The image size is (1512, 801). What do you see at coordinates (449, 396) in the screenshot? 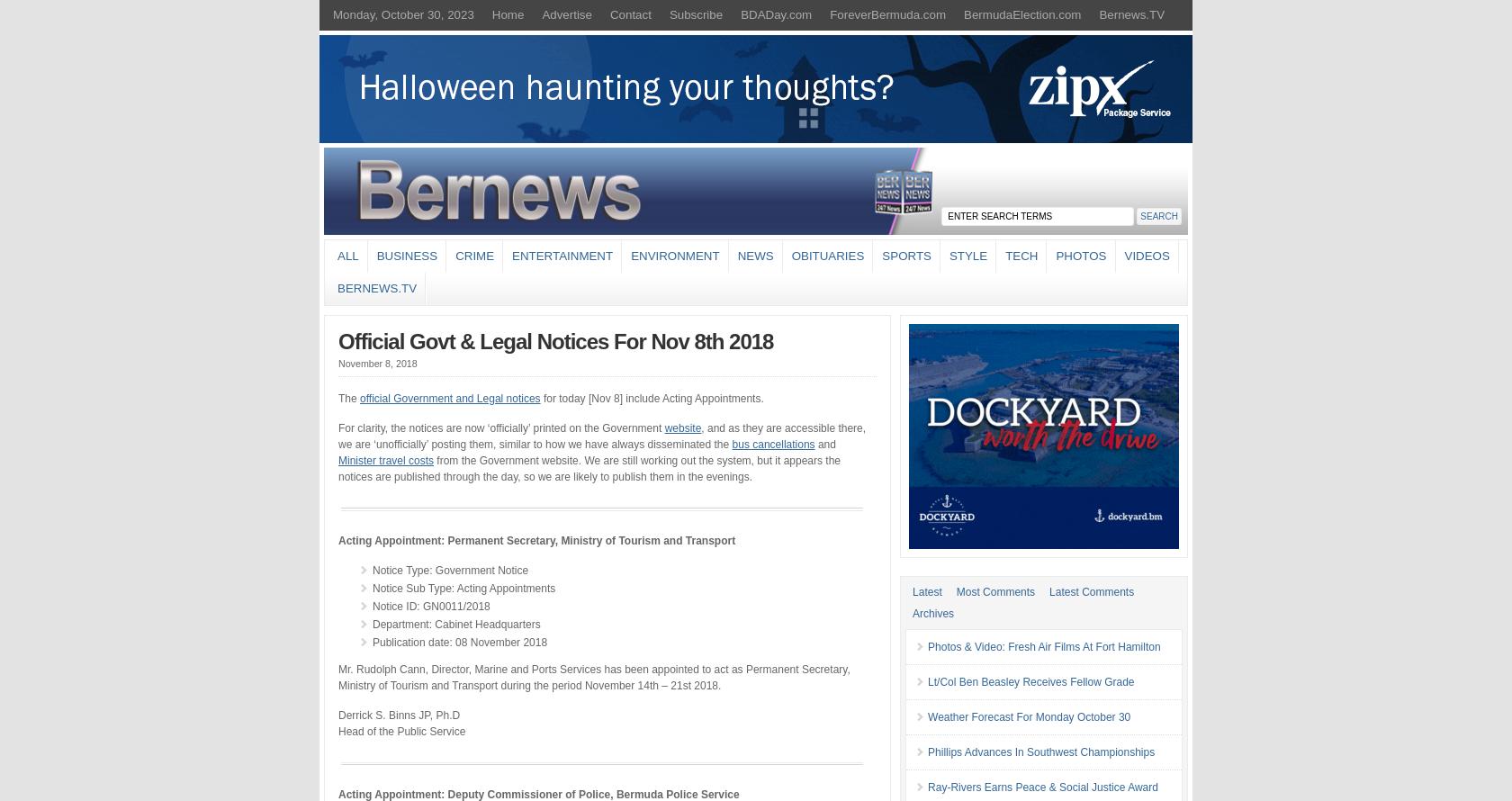
I see `'official Government and Legal notices'` at bounding box center [449, 396].